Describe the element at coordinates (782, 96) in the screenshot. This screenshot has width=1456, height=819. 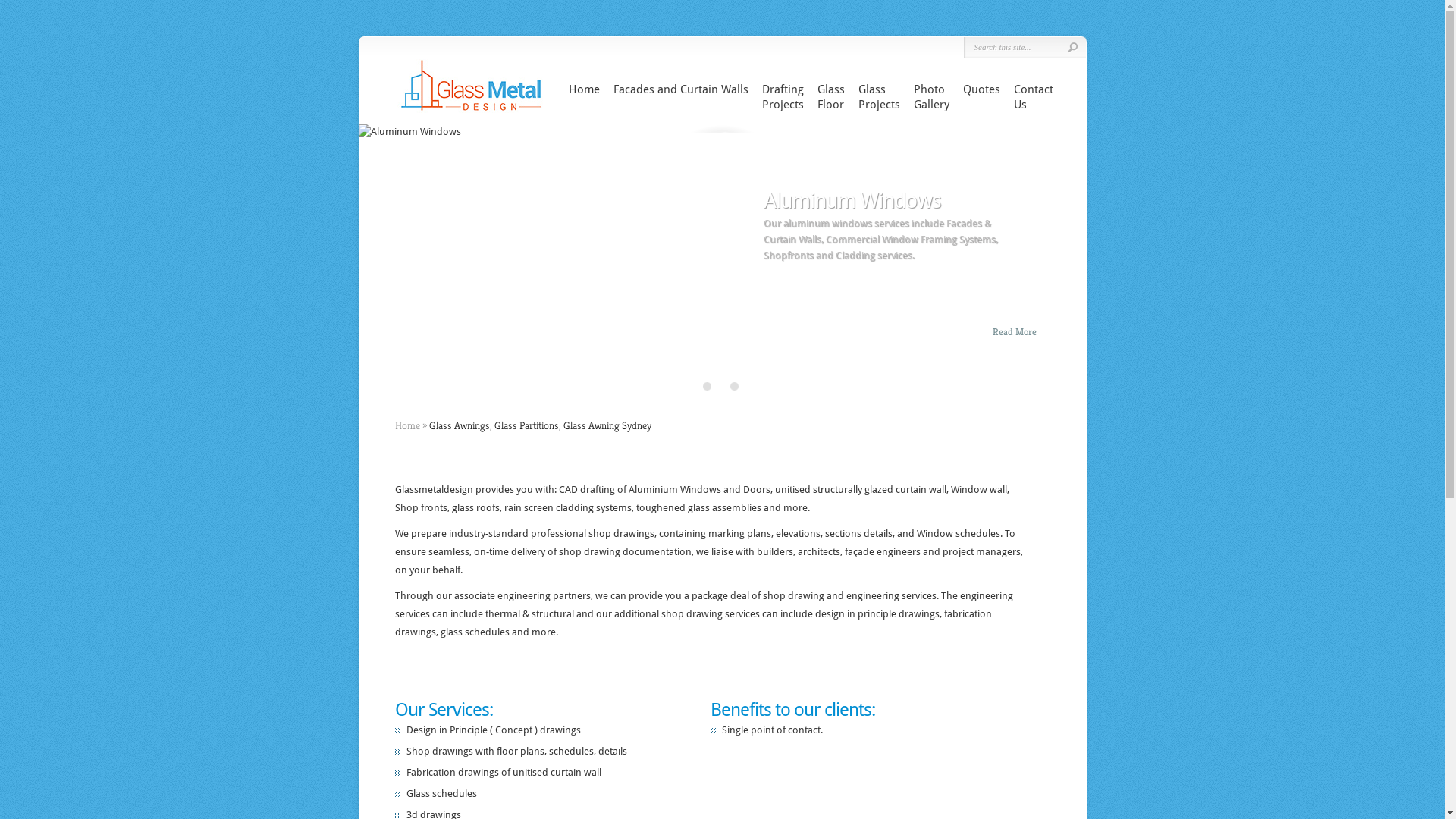
I see `'Drafting` at that location.